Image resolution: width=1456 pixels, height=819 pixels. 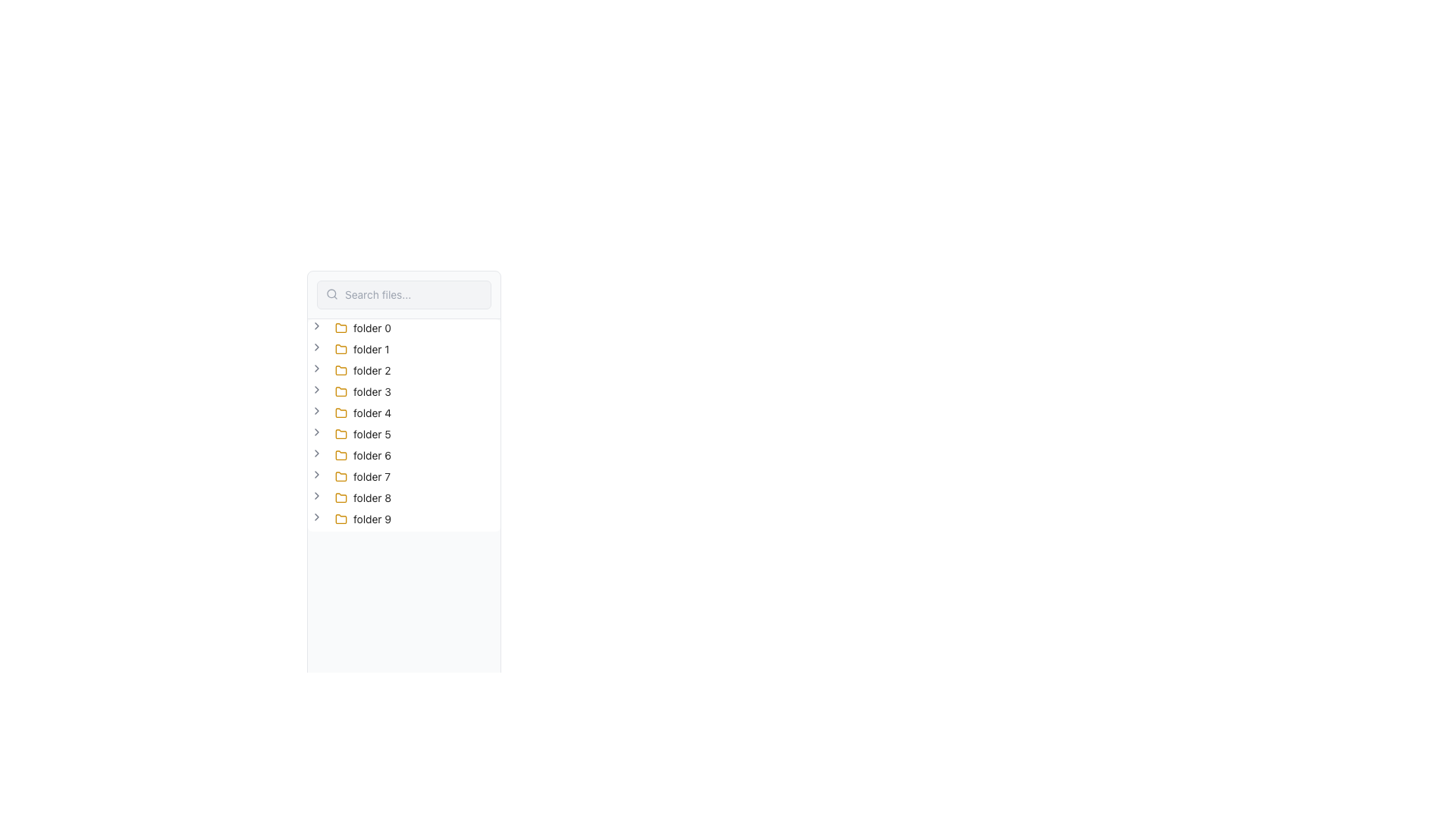 What do you see at coordinates (340, 391) in the screenshot?
I see `the yellow folder icon representing 'folder 3' in the file navigation panel` at bounding box center [340, 391].